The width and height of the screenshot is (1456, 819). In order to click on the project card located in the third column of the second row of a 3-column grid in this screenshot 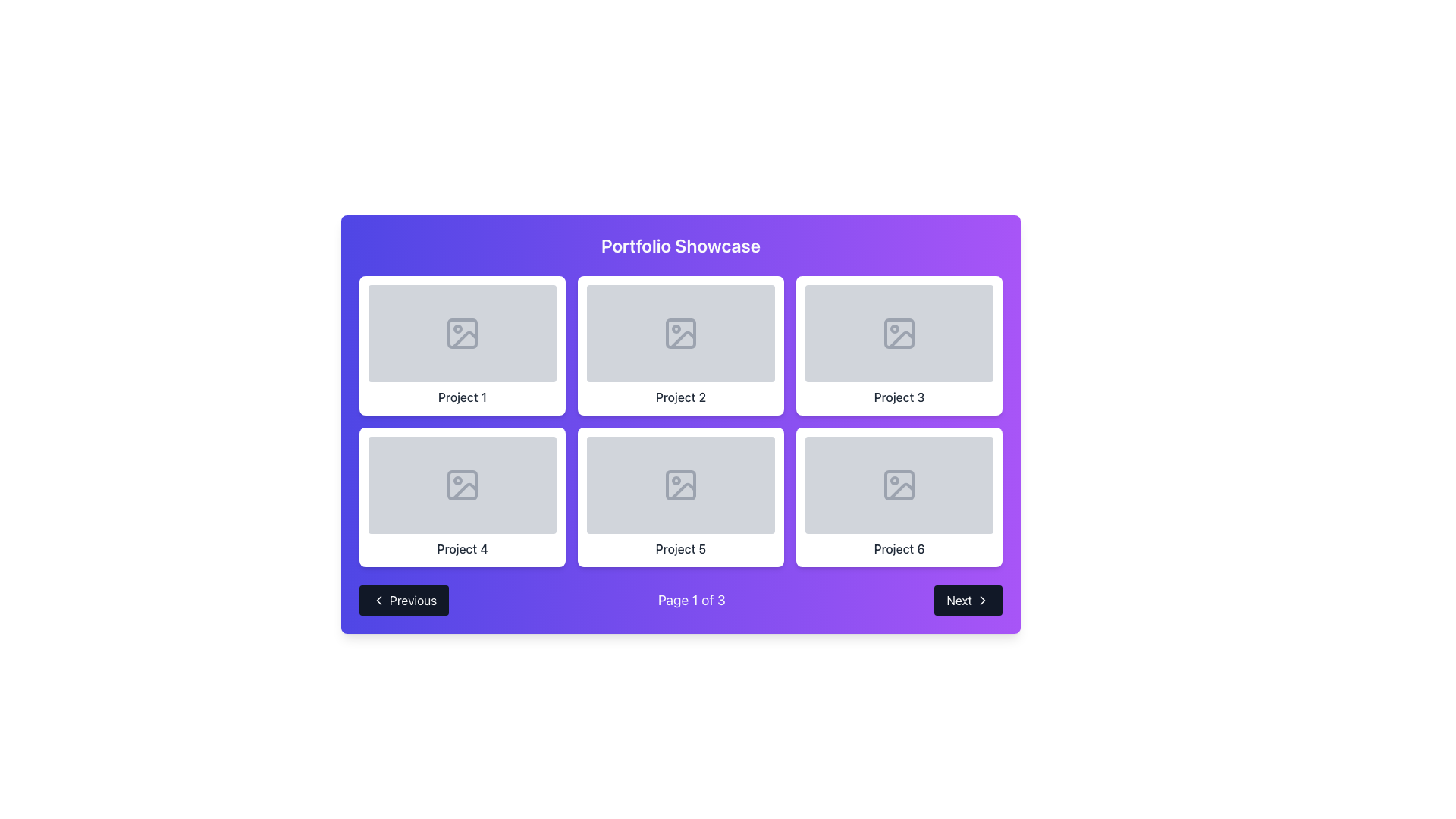, I will do `click(899, 497)`.